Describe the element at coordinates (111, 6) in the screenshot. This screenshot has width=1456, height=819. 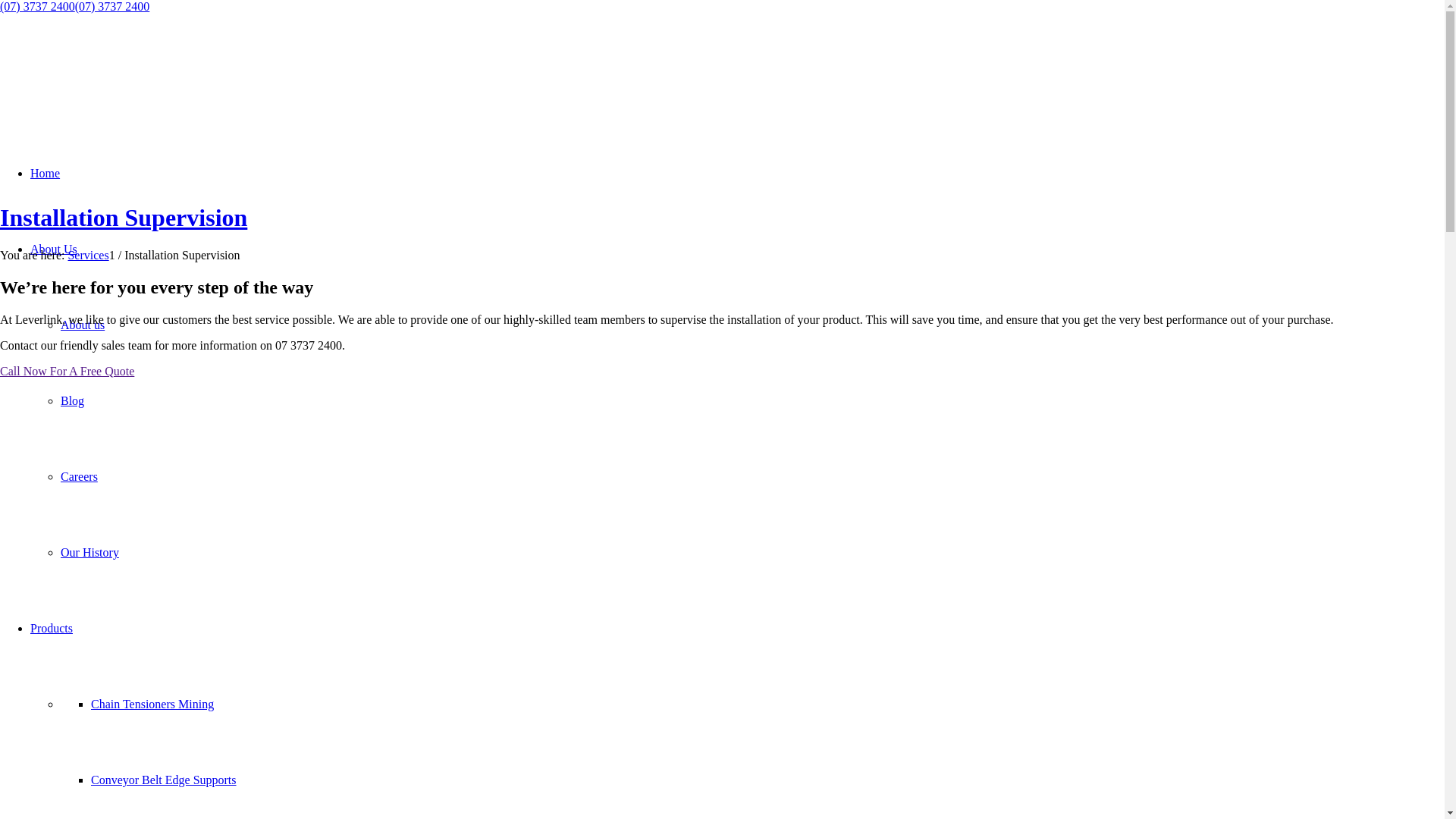
I see `'(07) 3737 2400'` at that location.